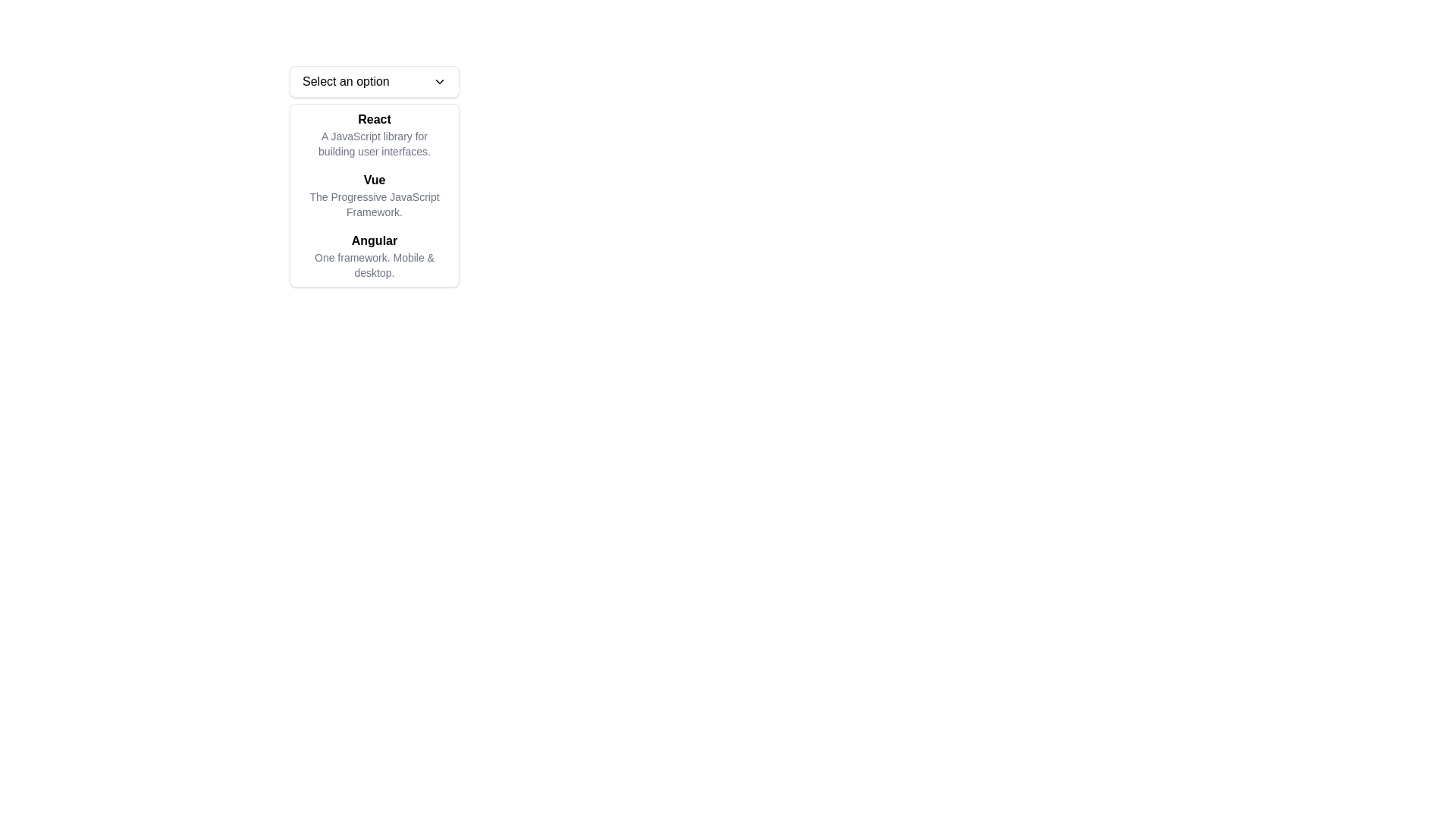  Describe the element at coordinates (375, 195) in the screenshot. I see `the individual row in the Informational List Panel` at that location.